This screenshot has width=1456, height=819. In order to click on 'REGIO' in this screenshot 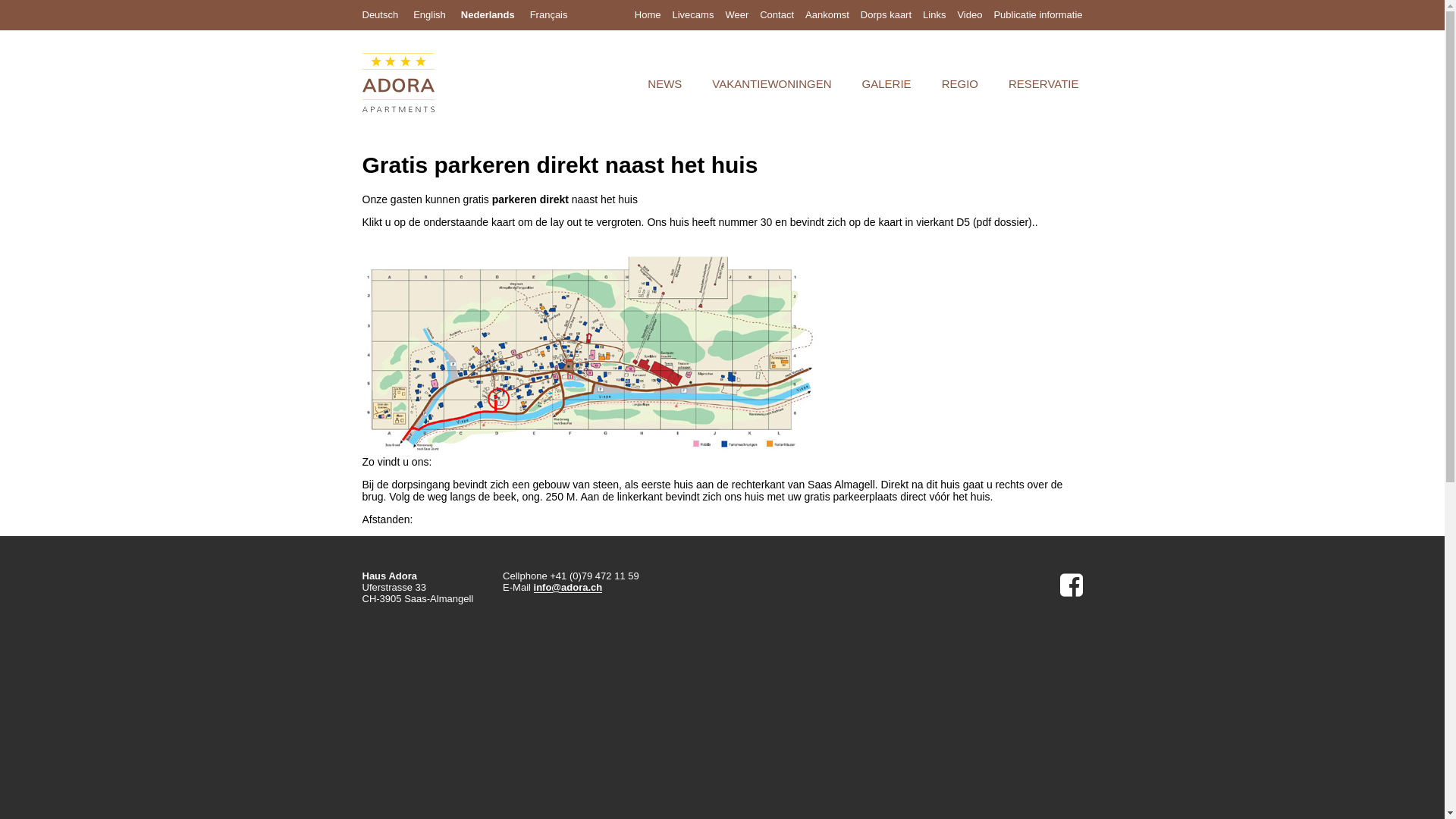, I will do `click(959, 83)`.